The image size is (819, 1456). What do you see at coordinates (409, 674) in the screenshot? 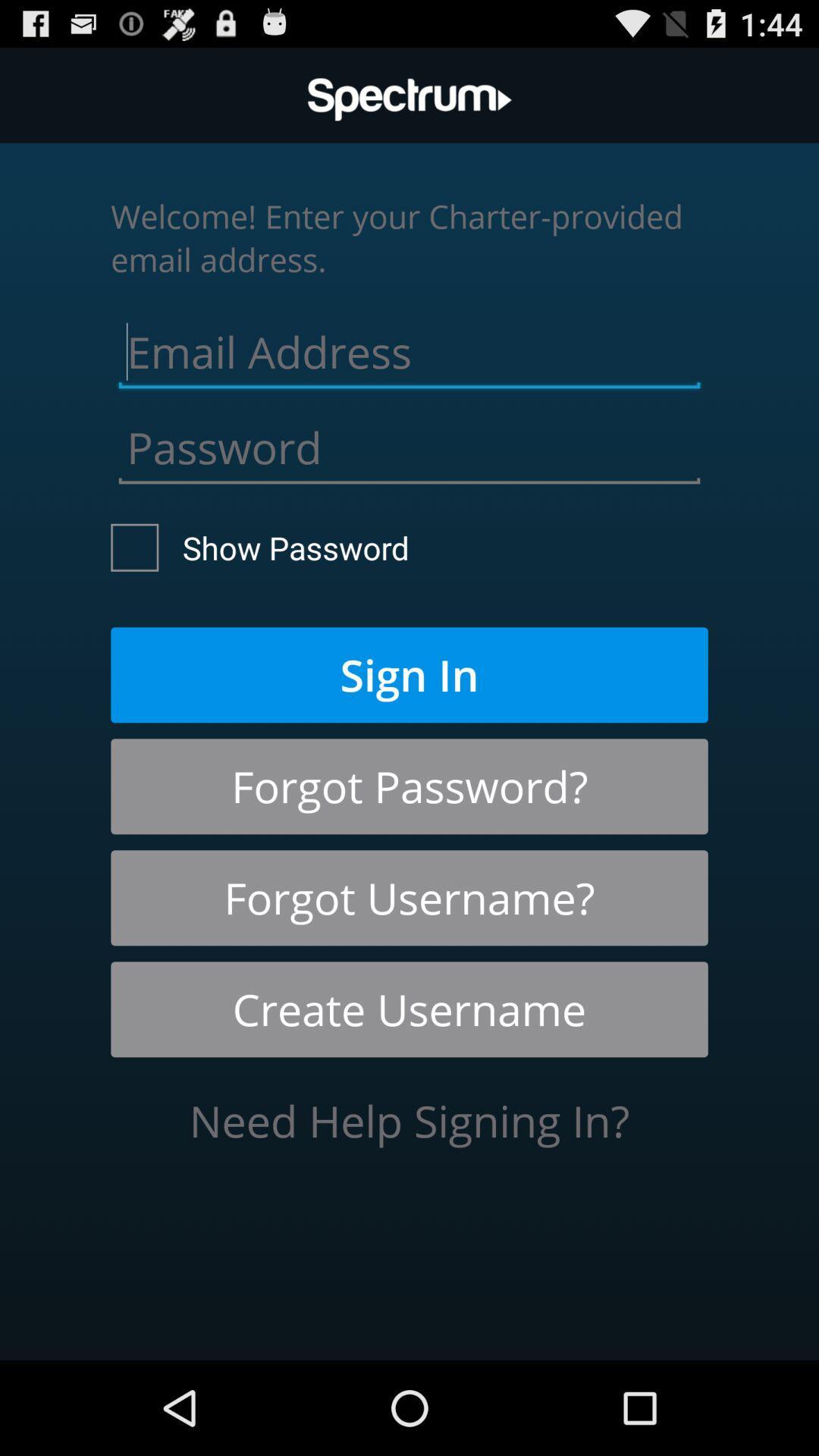
I see `the item below show password icon` at bounding box center [409, 674].